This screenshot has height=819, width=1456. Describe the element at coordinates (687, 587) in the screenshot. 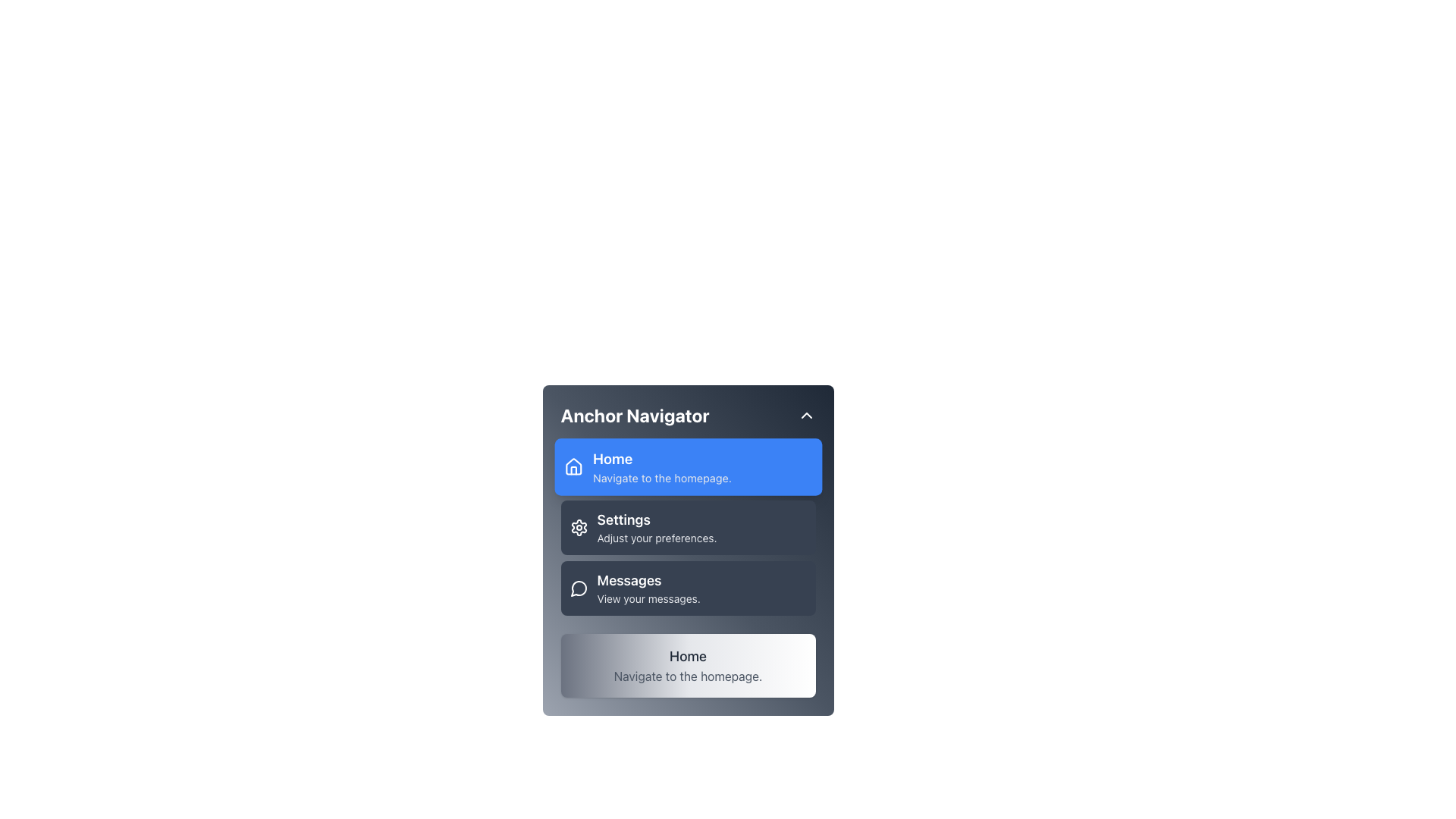

I see `the 'Messages' button in the vertical navigation menu` at that location.